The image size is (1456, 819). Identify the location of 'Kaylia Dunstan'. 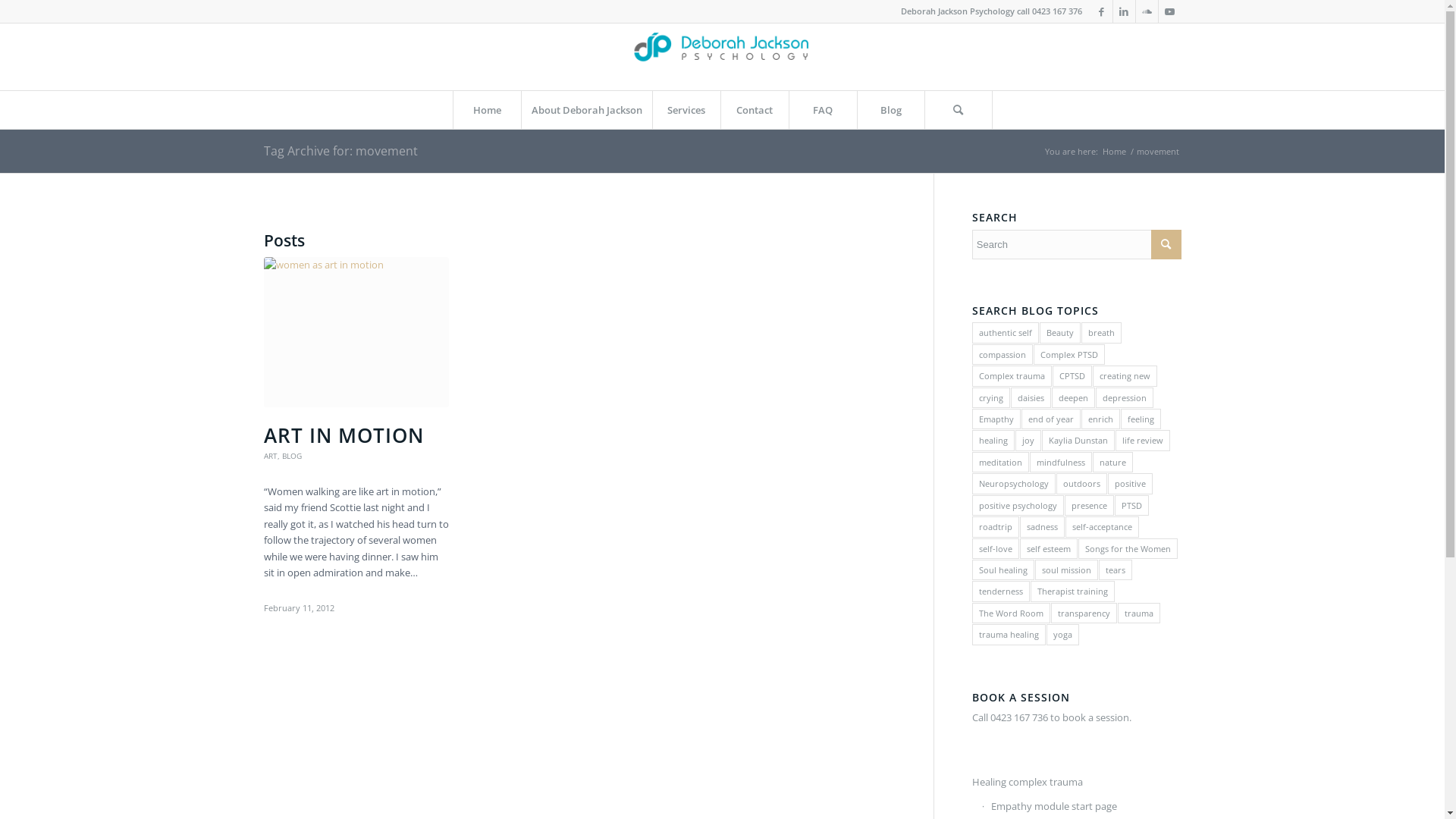
(1077, 440).